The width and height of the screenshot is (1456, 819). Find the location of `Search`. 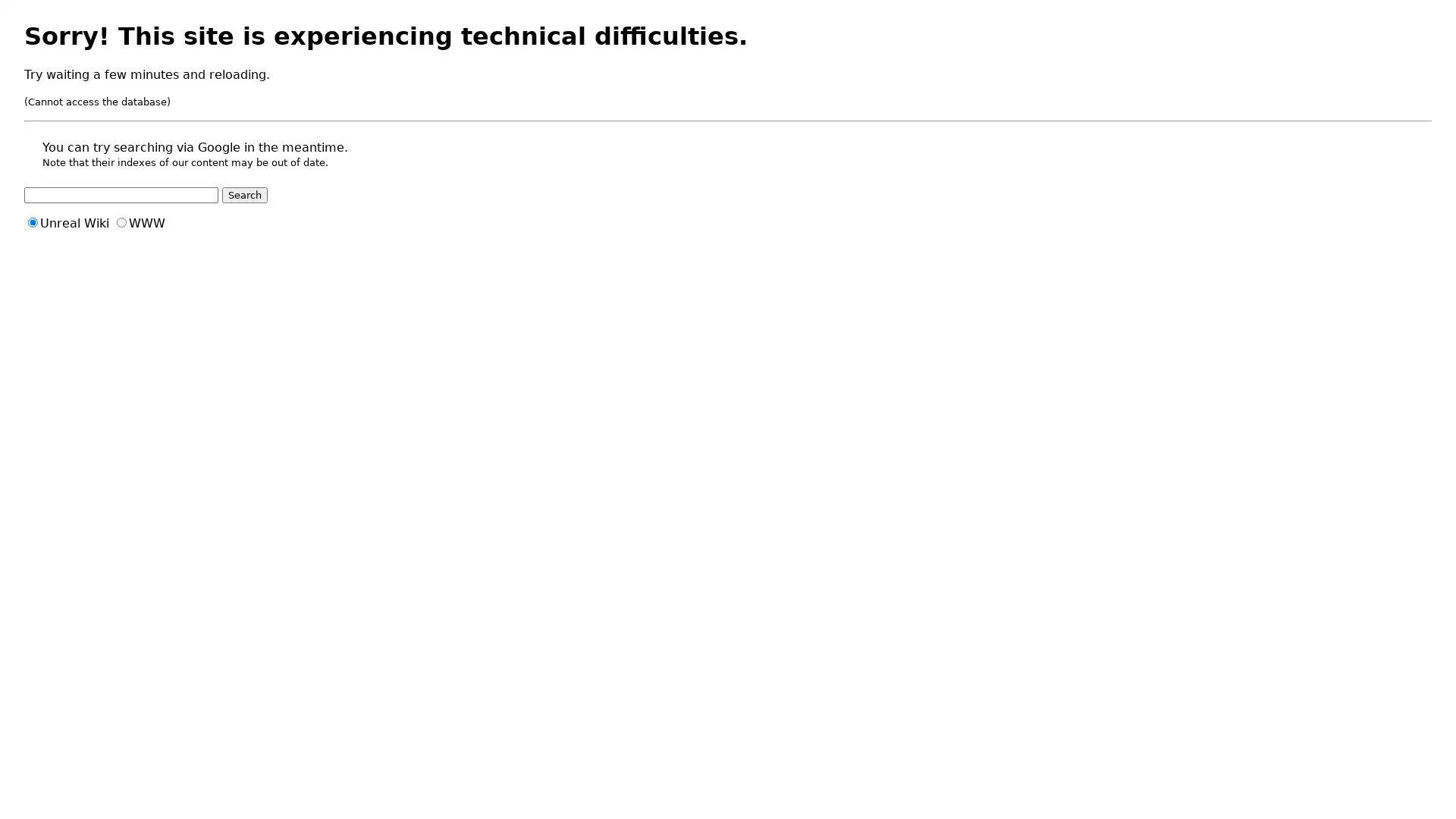

Search is located at coordinates (244, 193).